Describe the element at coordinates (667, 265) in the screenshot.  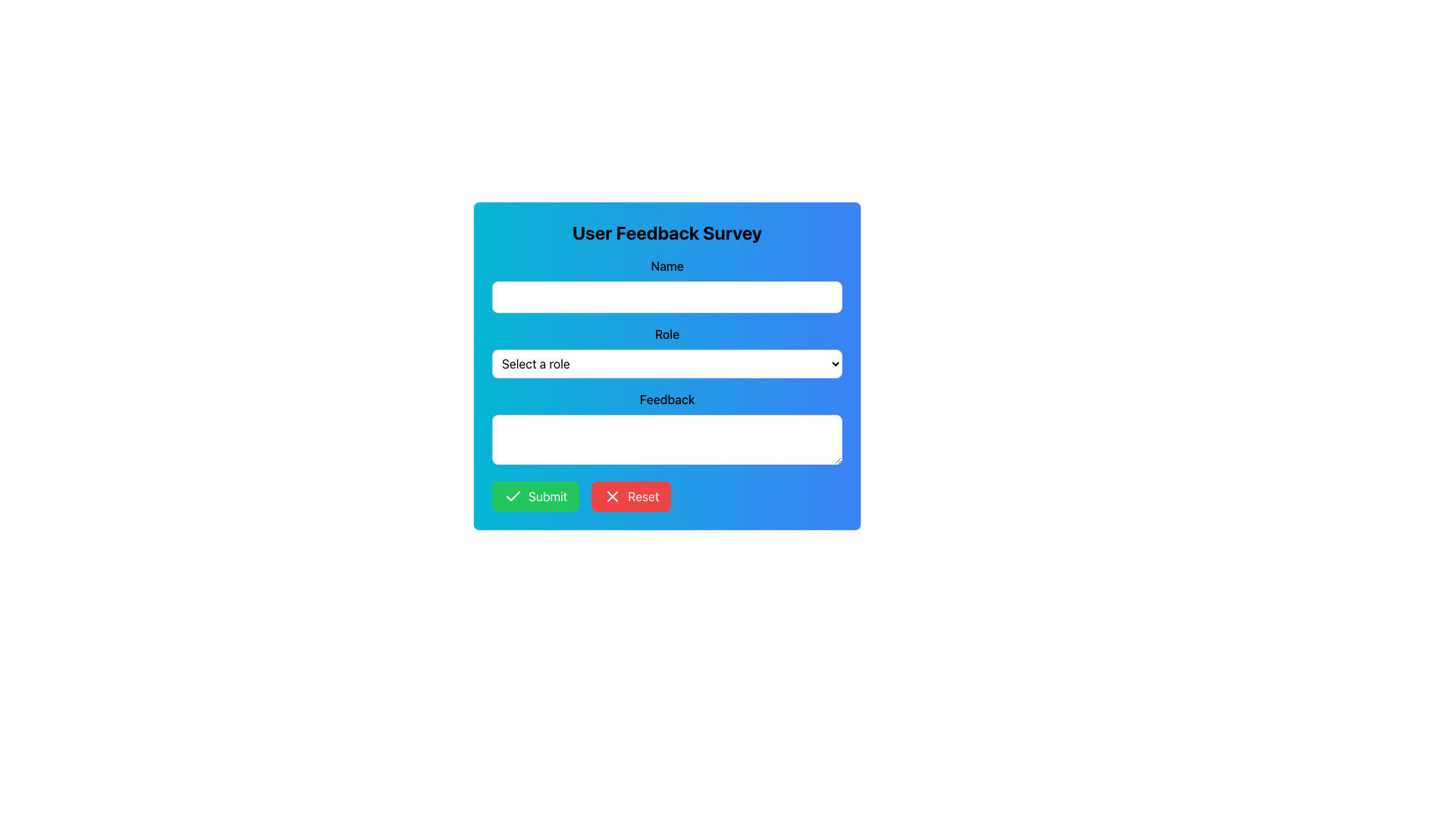
I see `the 'Name' text label which is styled in bold font and located above the text input field in the upper section of the form interface` at that location.